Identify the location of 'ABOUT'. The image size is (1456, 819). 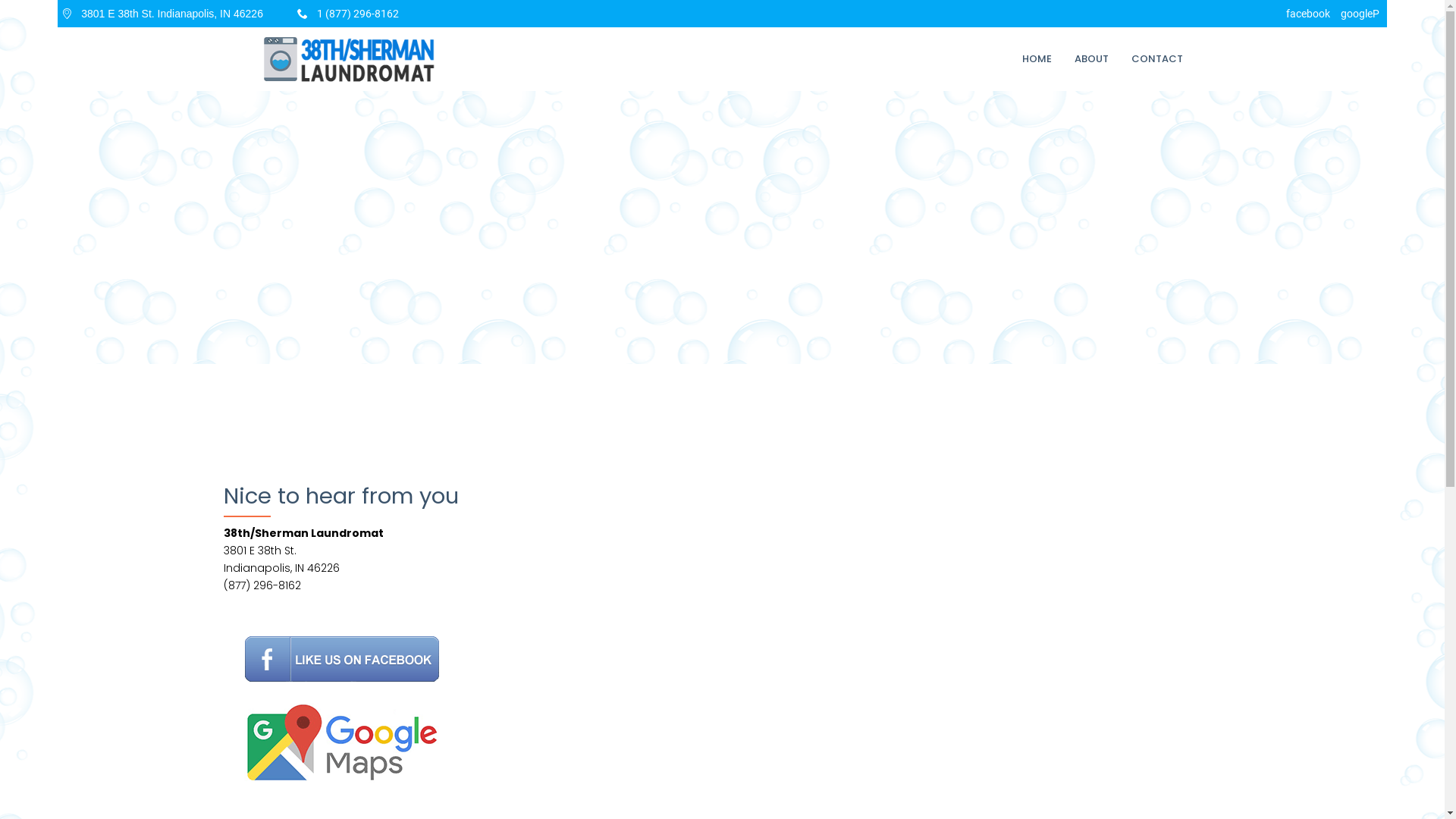
(1090, 58).